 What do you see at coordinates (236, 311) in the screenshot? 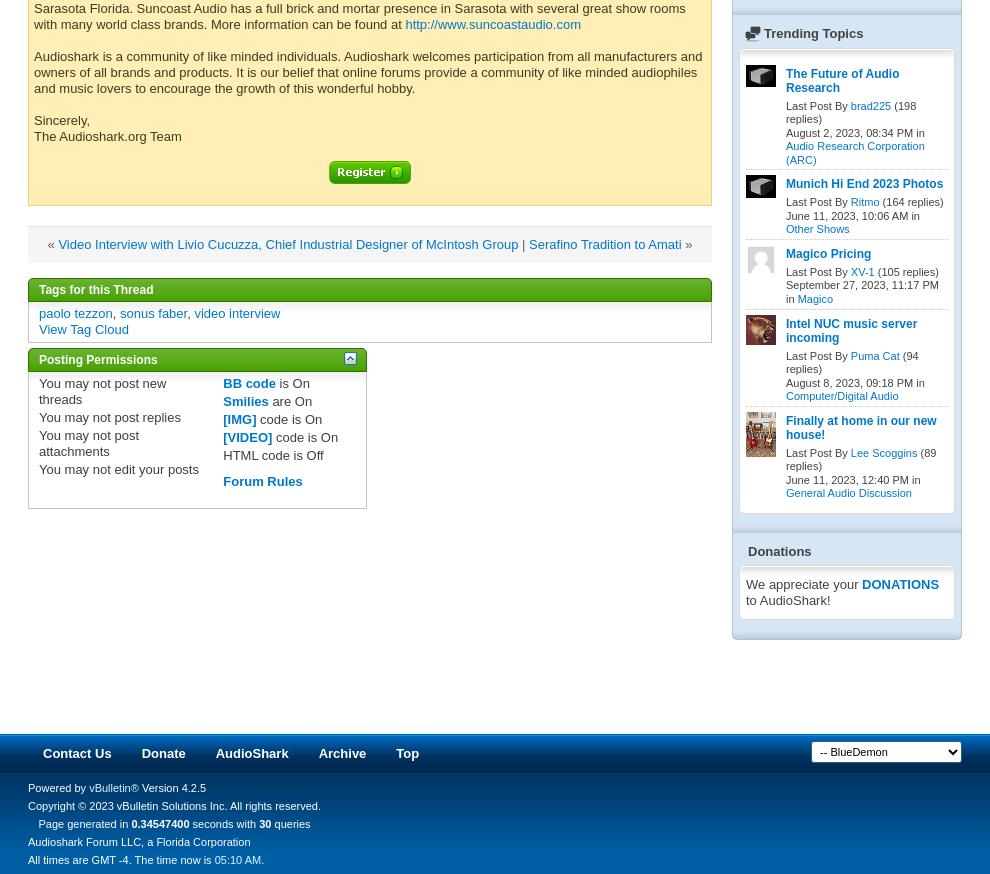
I see `'video interview'` at bounding box center [236, 311].